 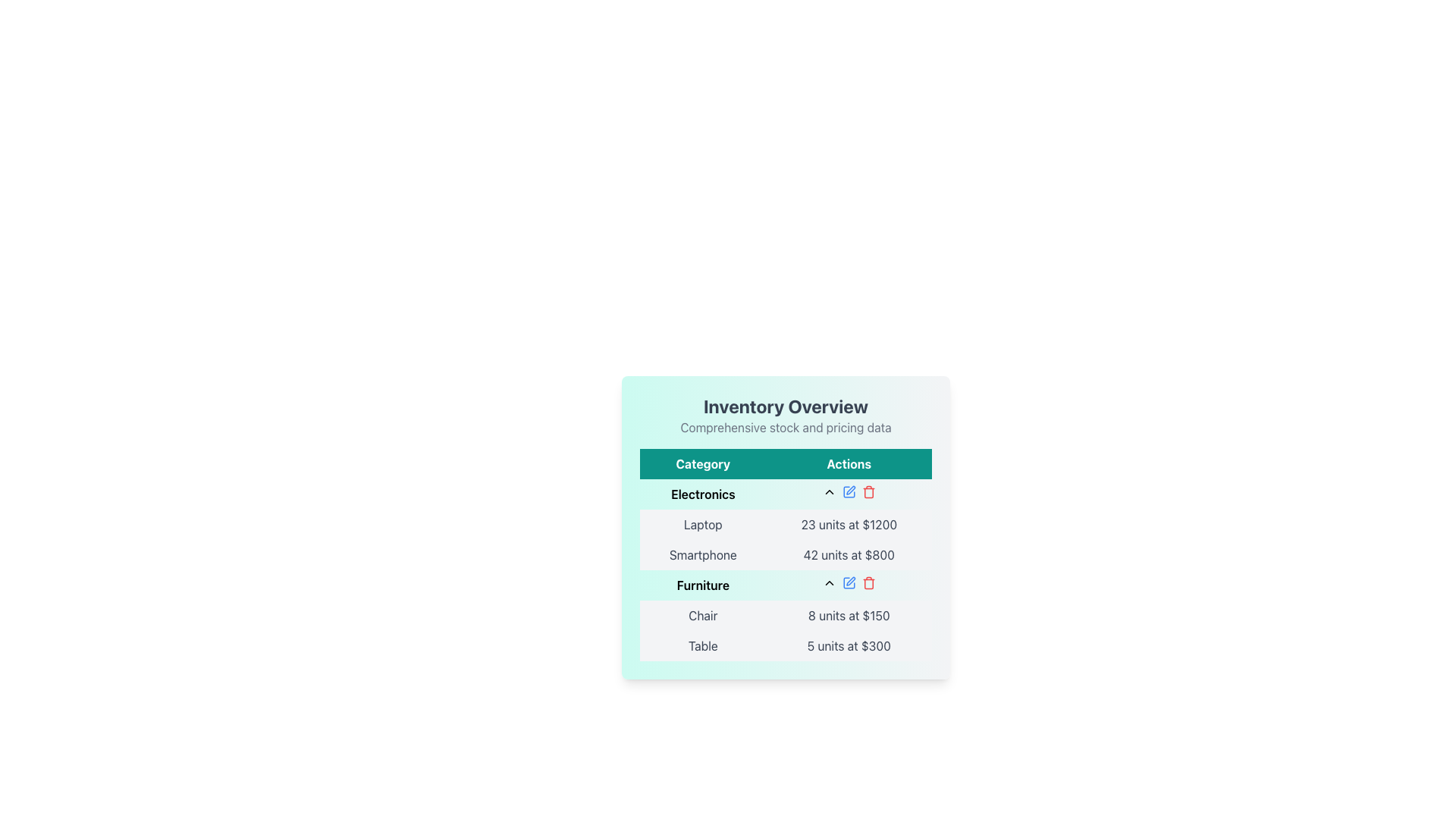 I want to click on the Text-based informational header displaying 'Inventory Overview' and 'Comprehensive stock and pricing data', located at the top-center of the inventory panel, so click(x=786, y=415).